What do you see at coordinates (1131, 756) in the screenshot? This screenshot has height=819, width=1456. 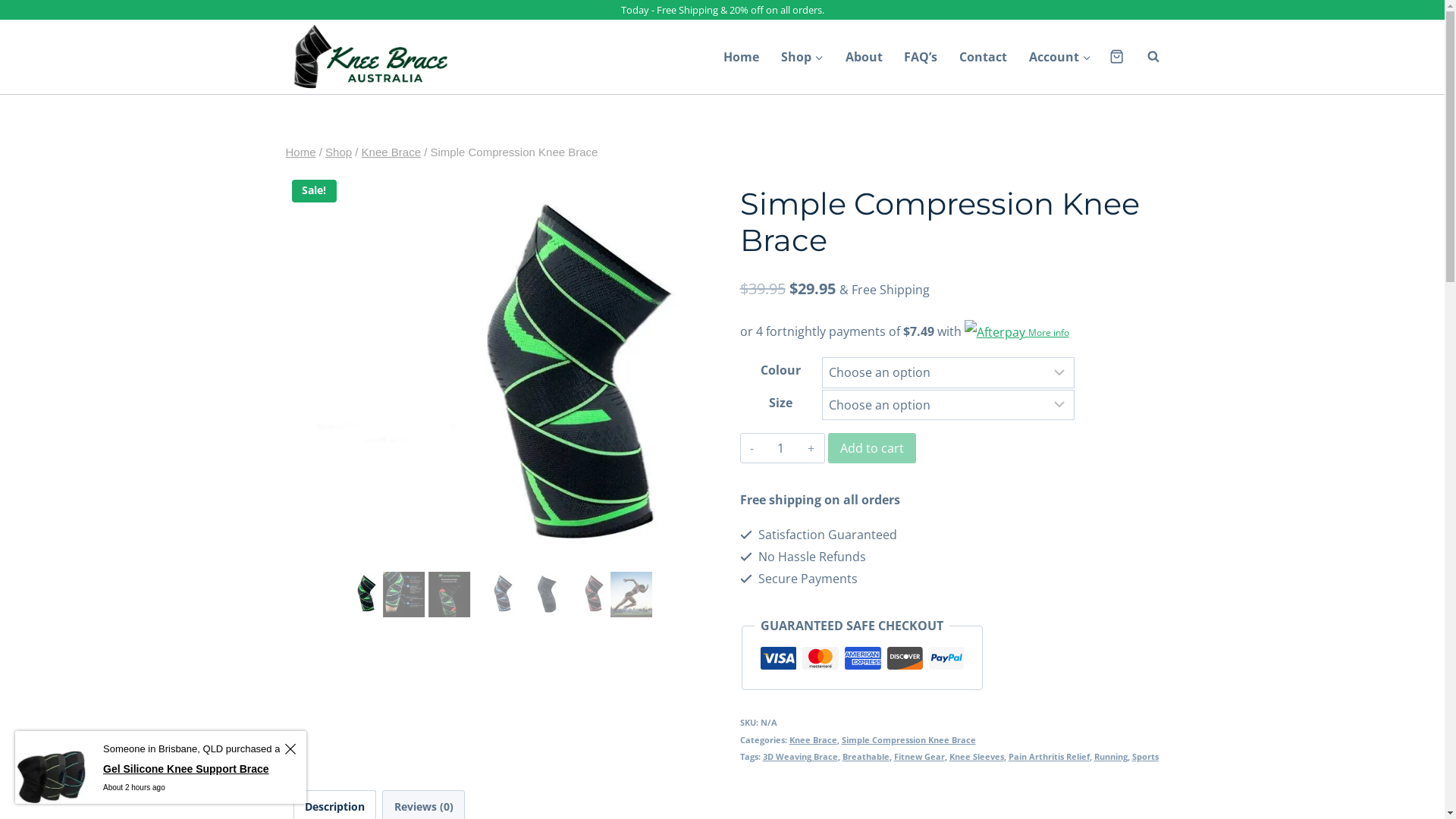 I see `'Sports'` at bounding box center [1131, 756].